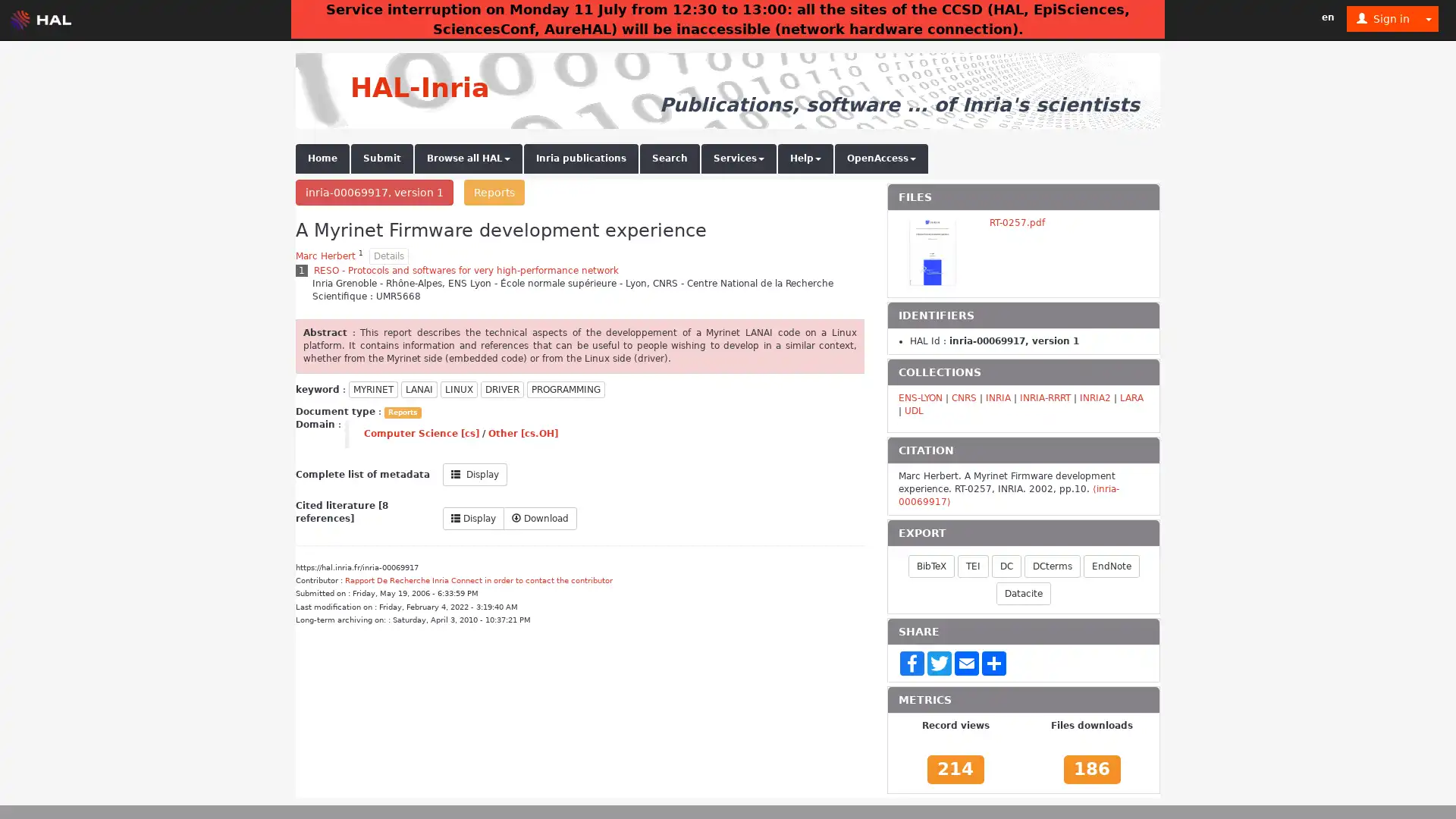 The image size is (1456, 819). I want to click on Datacite, so click(1023, 592).